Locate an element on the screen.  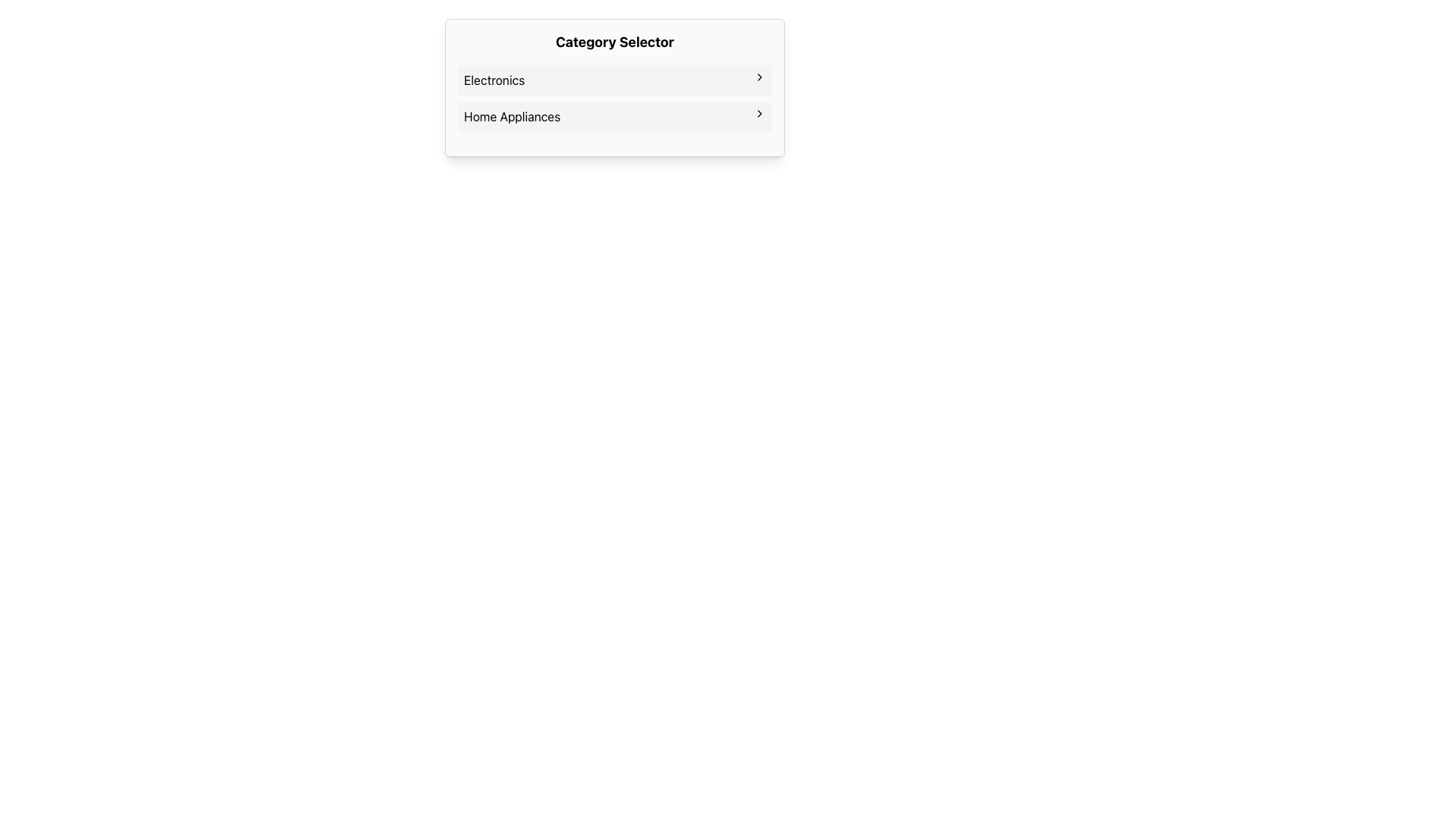
the Interactive Menu Item labeled 'Electronics' in the 'Category Selector' menu is located at coordinates (615, 80).